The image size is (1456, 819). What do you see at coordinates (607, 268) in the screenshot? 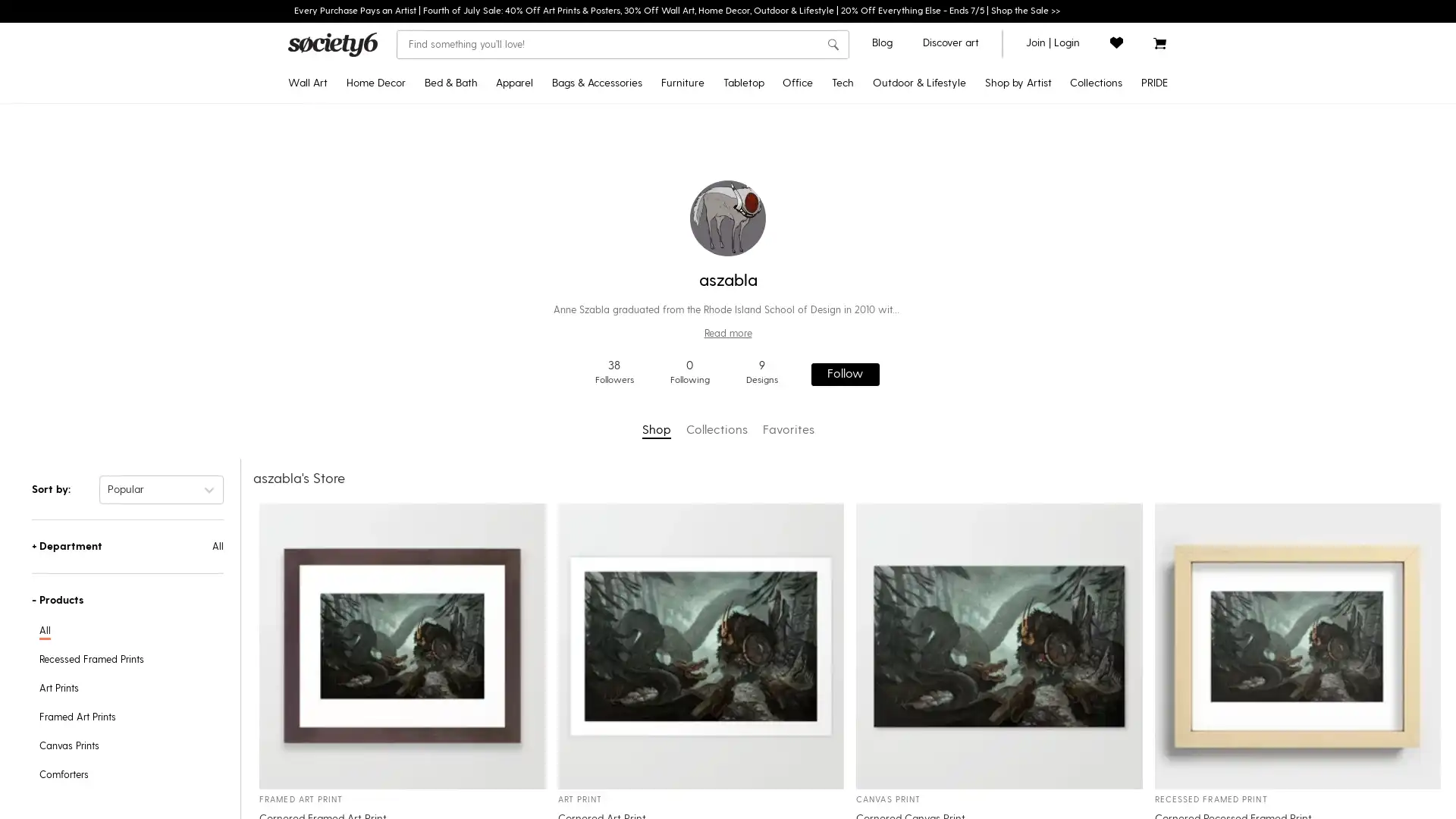
I see `Makeup Bags` at bounding box center [607, 268].